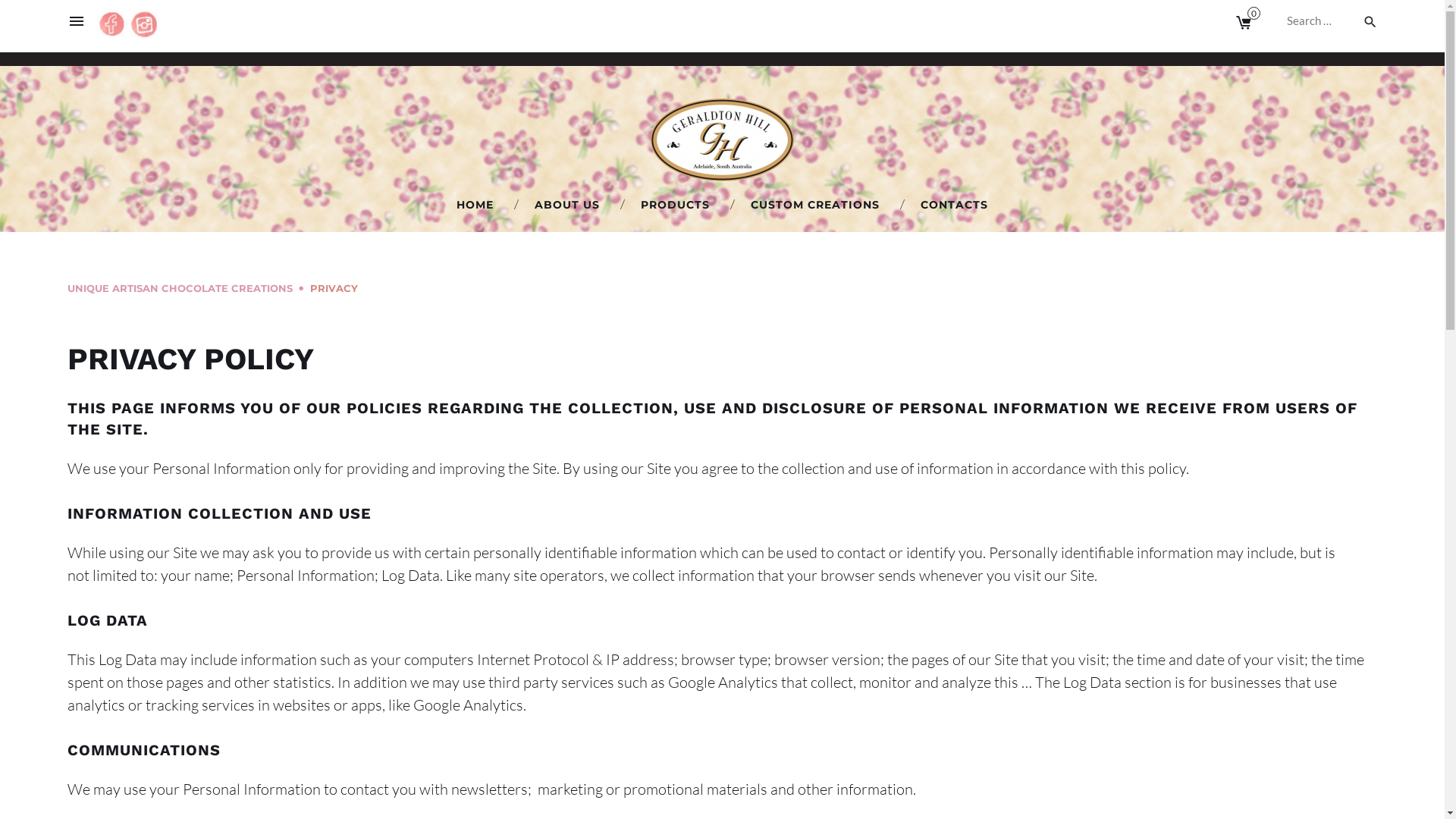 This screenshot has width=1456, height=819. I want to click on 'UNIQUE ARTISAN CHOCOLATE CREATIONS', so click(65, 288).